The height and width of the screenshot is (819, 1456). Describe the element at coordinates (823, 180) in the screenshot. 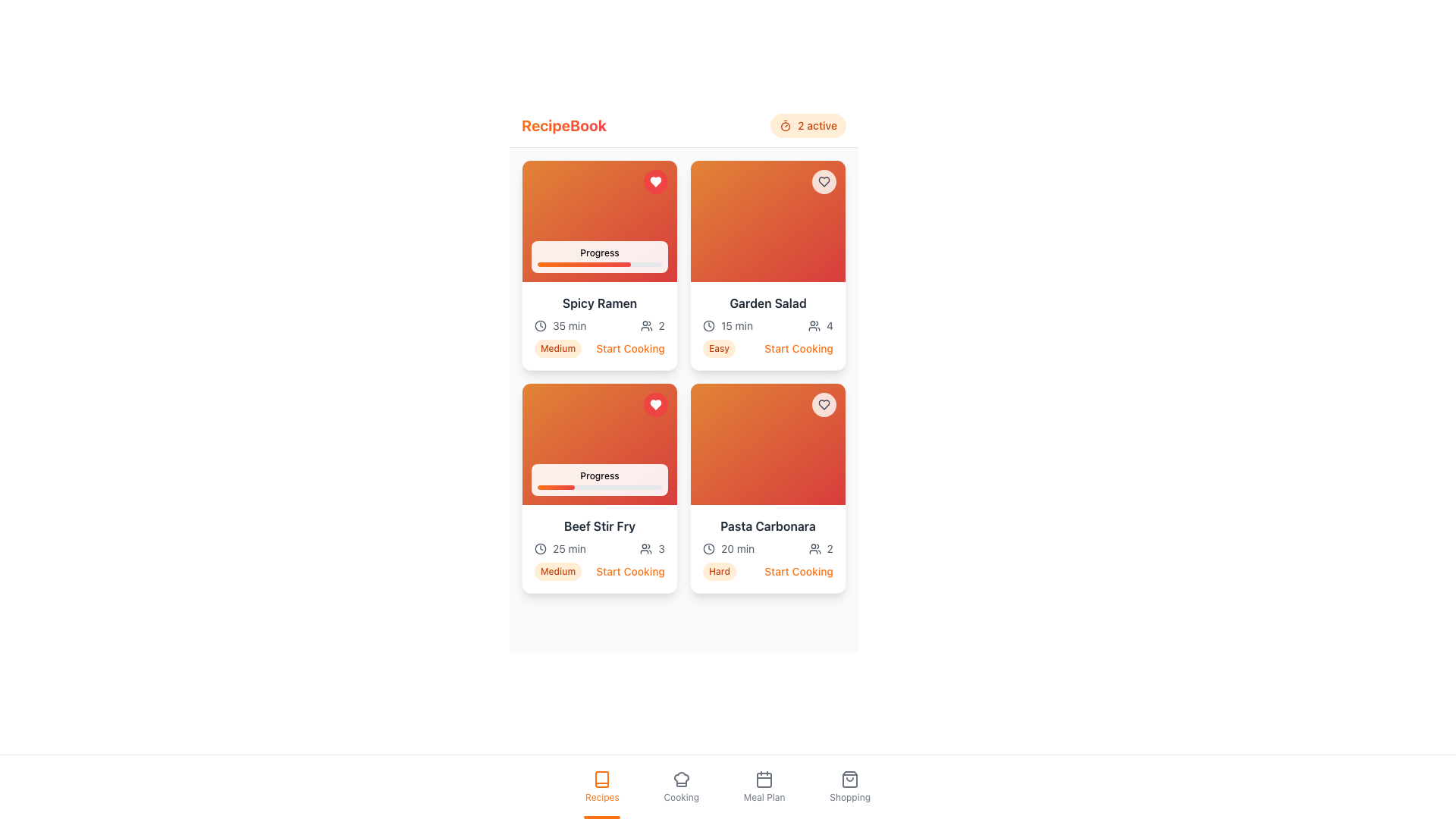

I see `the favorited state icon located at the top-right corner of the 'Spicy Ramen' card` at that location.